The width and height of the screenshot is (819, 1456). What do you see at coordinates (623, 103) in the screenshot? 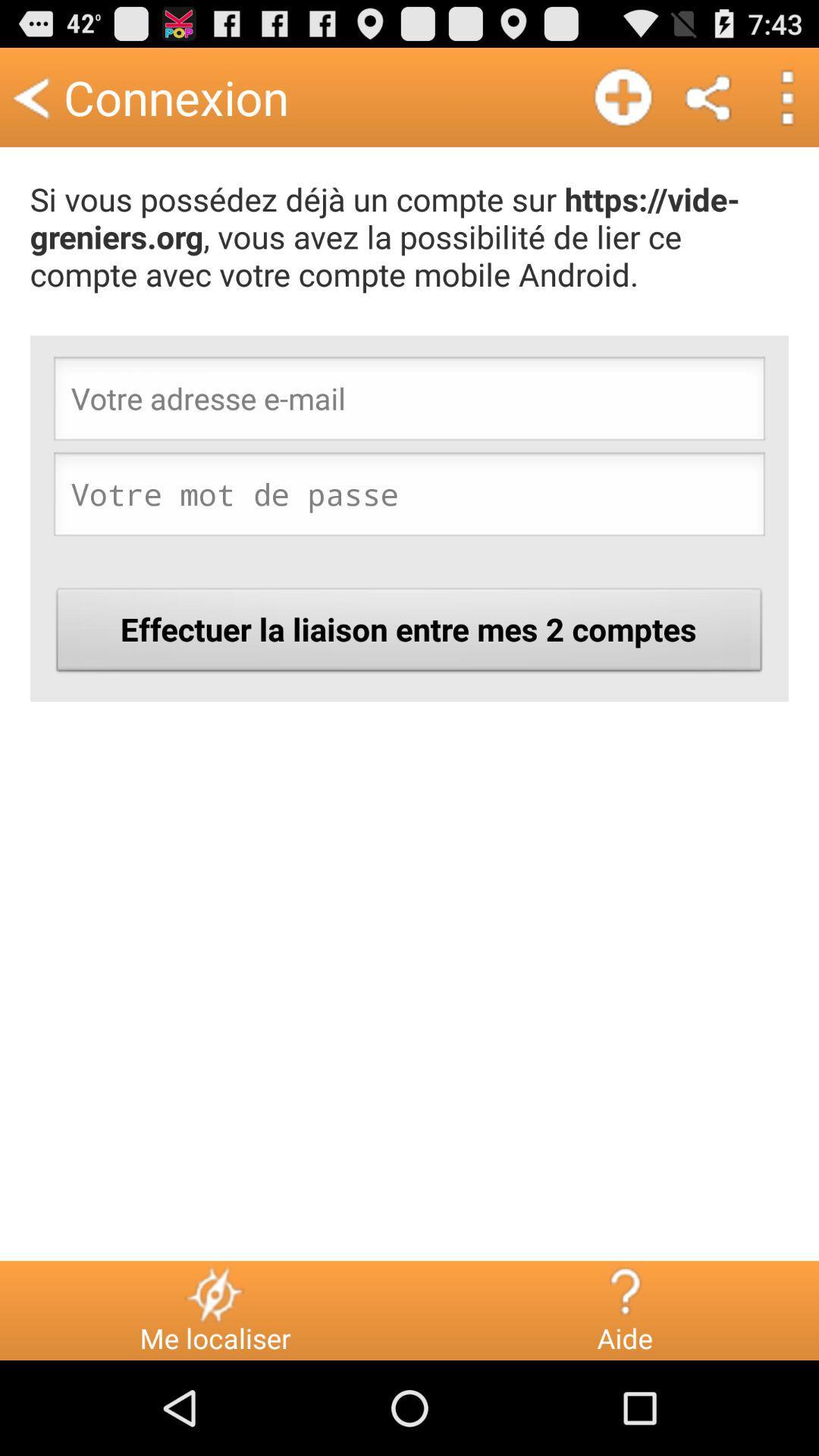
I see `the add icon` at bounding box center [623, 103].